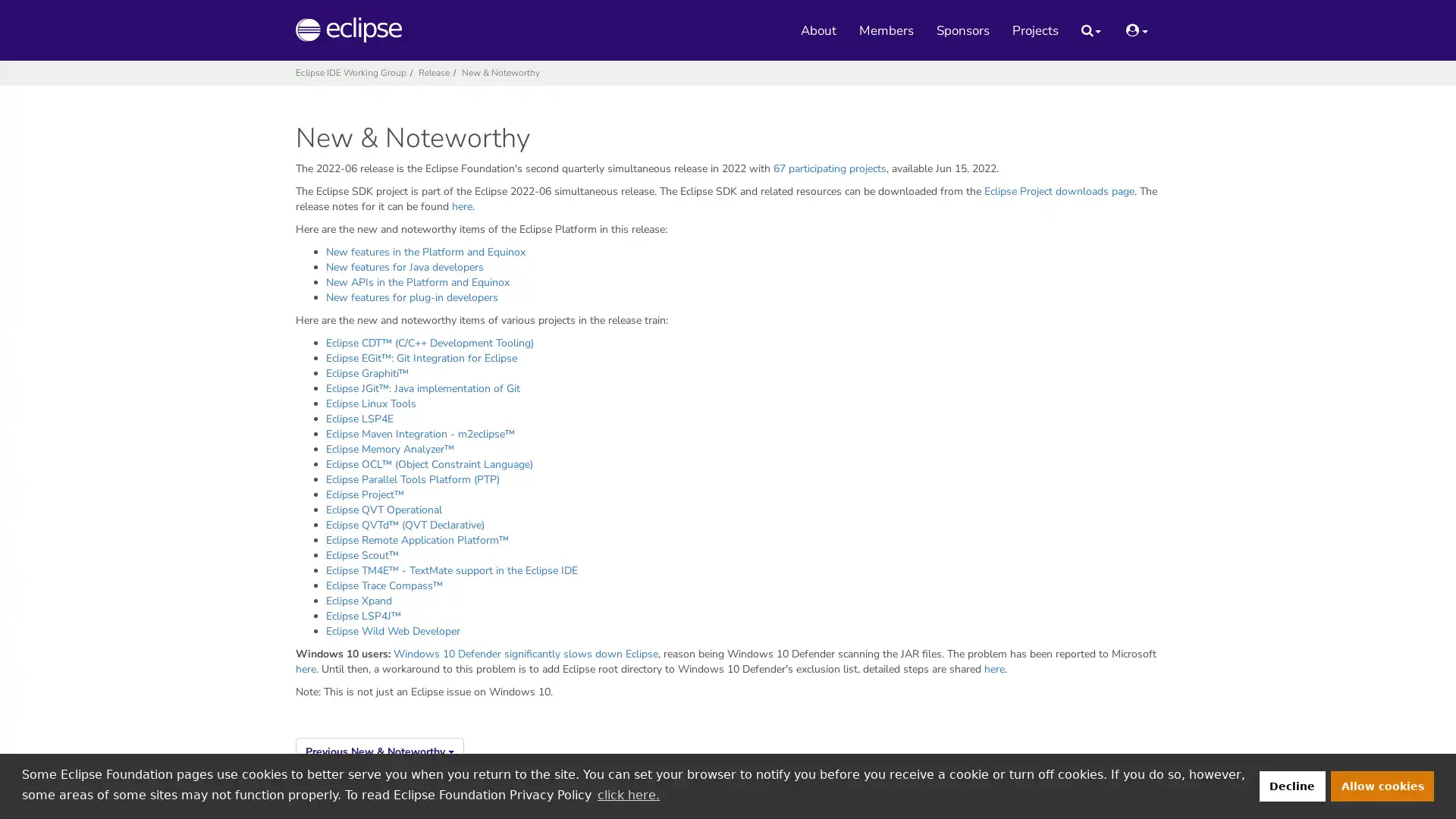 This screenshot has height=819, width=1456. I want to click on learn more about cookies, so click(628, 794).